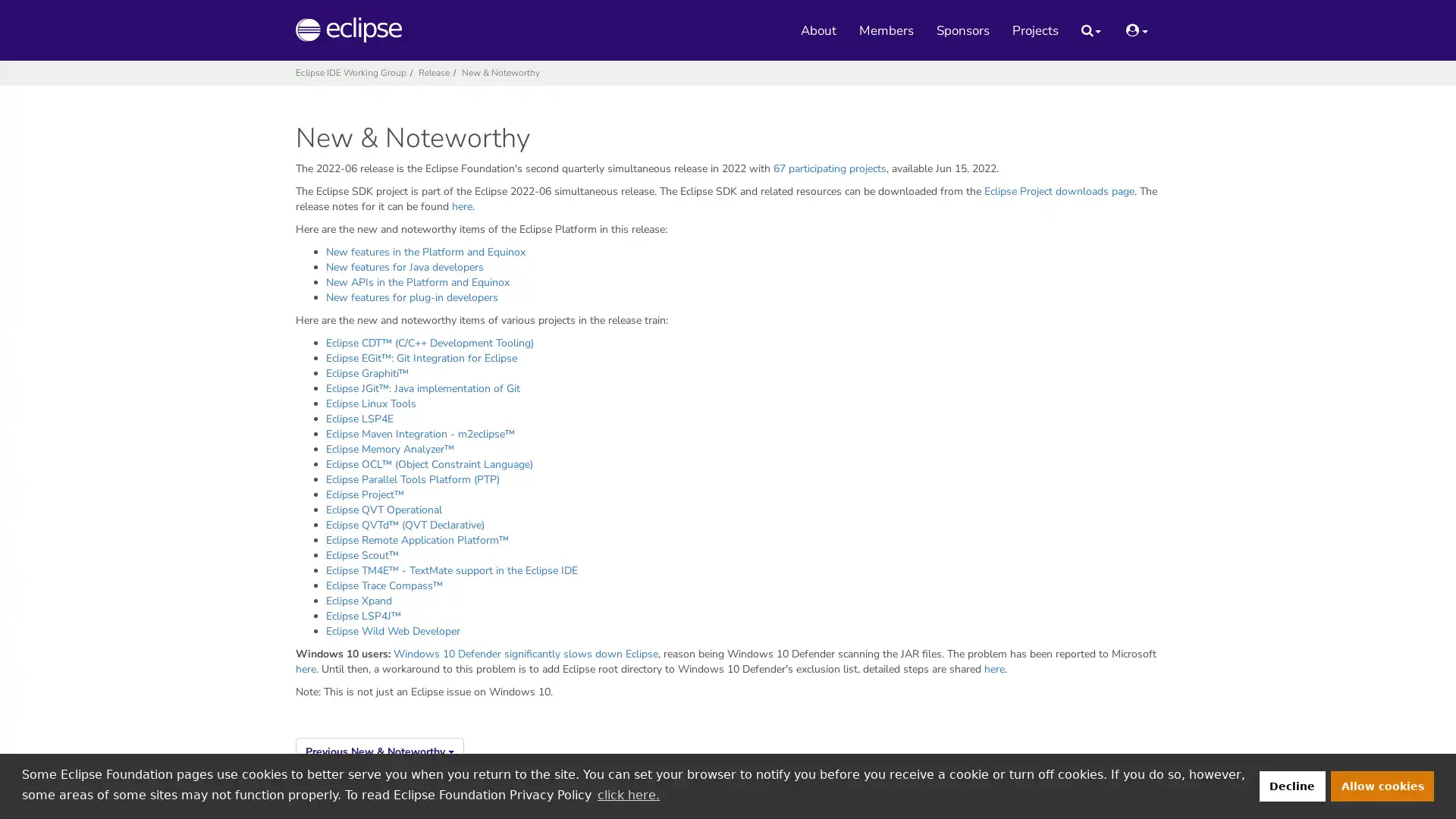 This screenshot has height=819, width=1456. I want to click on learn more about cookies, so click(628, 794).